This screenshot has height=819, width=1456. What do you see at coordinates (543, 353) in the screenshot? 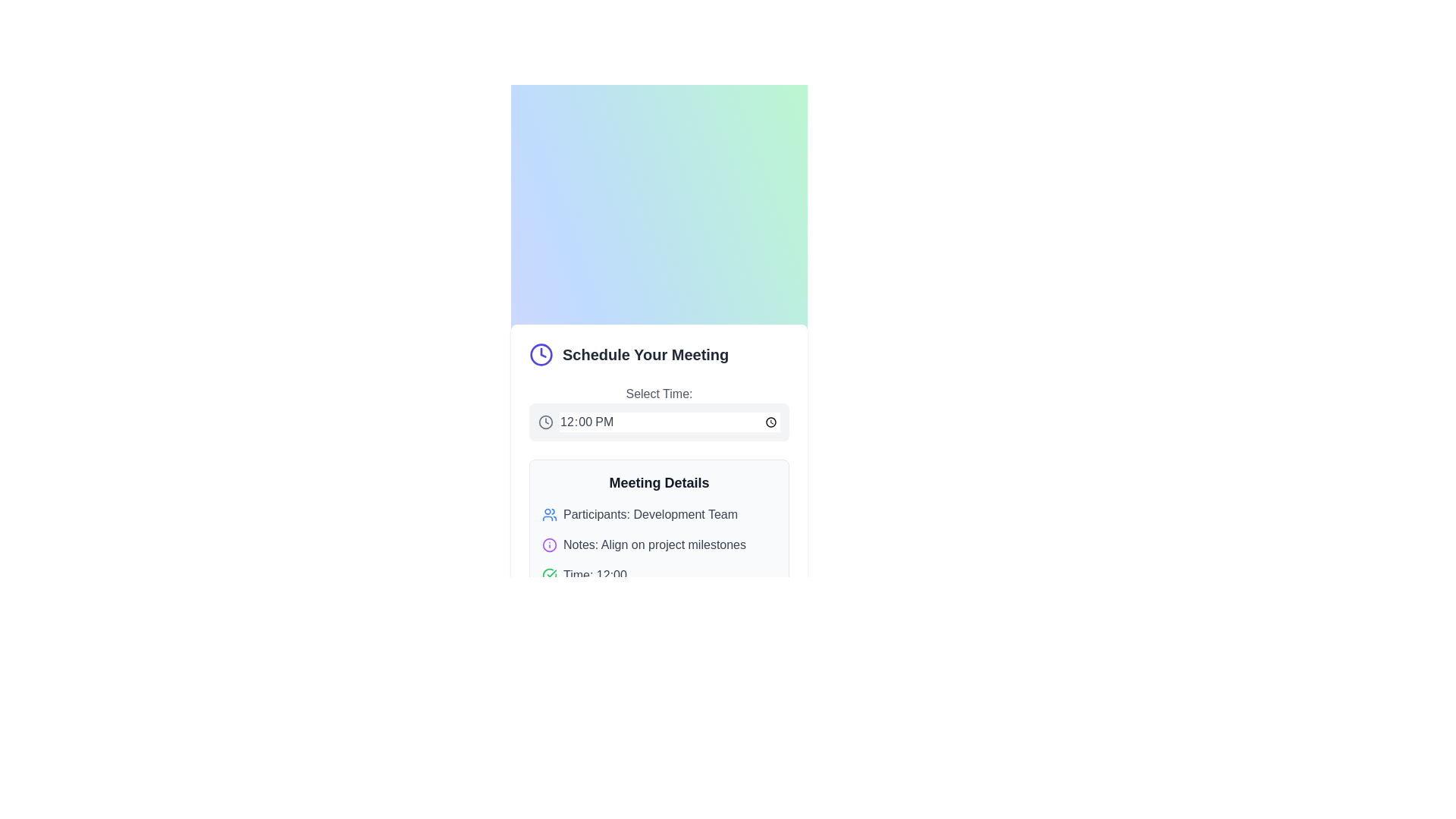
I see `the triangular SVG component that represents the clock hands within the clock icon, located in the top-left corner of the 'Schedule Your Meeting' header` at bounding box center [543, 353].